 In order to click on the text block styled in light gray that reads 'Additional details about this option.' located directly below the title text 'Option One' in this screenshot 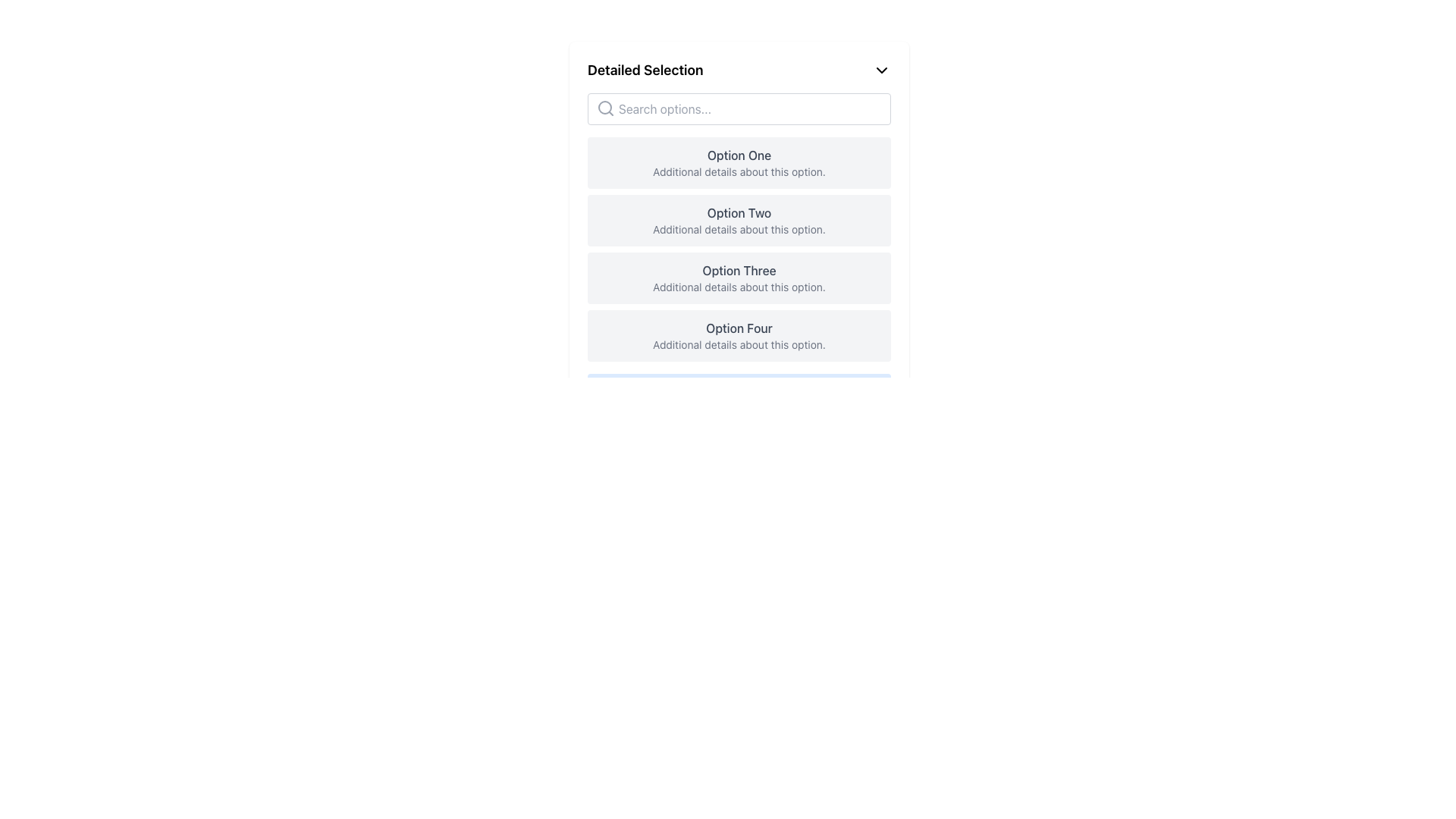, I will do `click(739, 171)`.